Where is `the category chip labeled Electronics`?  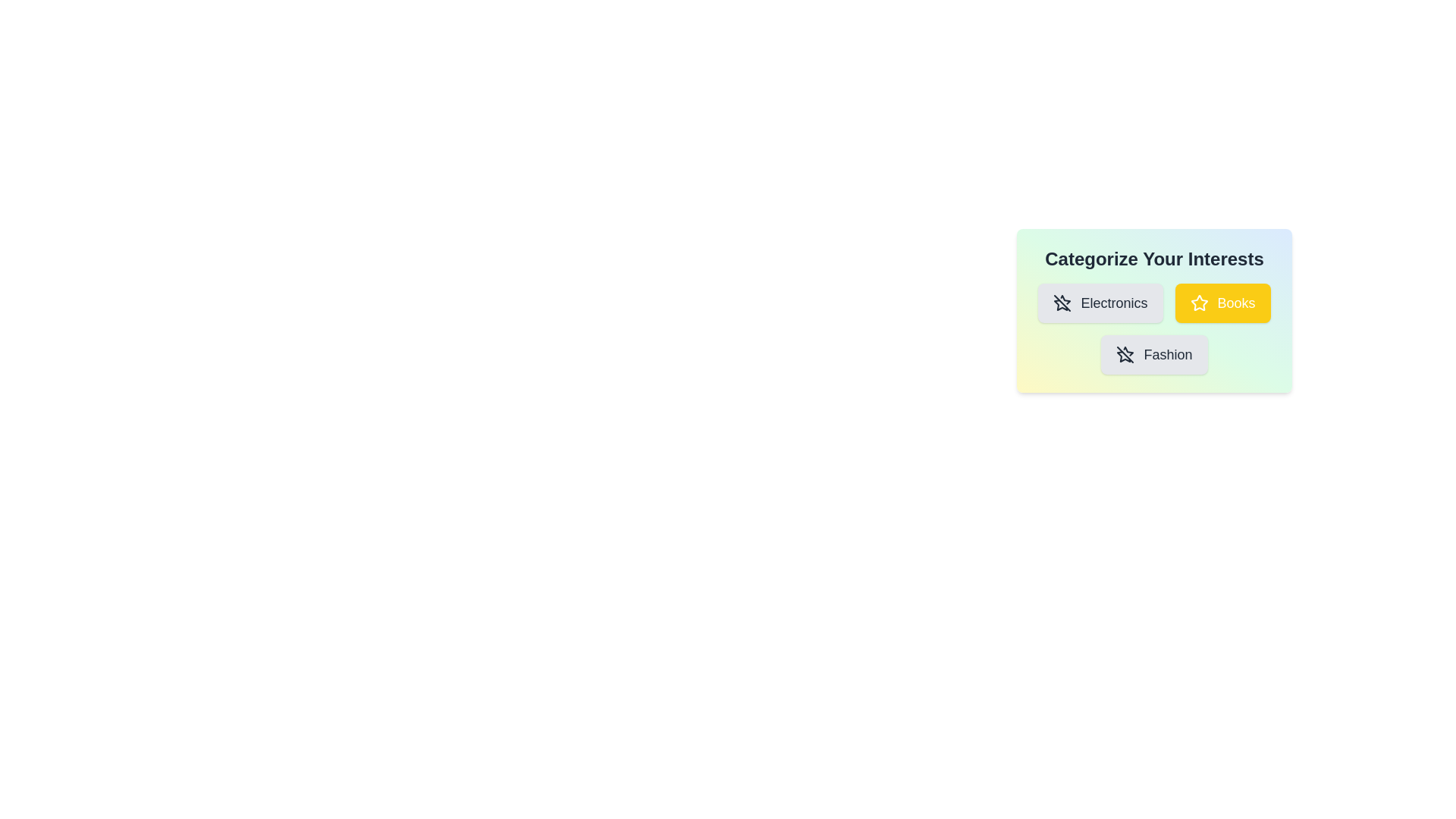
the category chip labeled Electronics is located at coordinates (1100, 303).